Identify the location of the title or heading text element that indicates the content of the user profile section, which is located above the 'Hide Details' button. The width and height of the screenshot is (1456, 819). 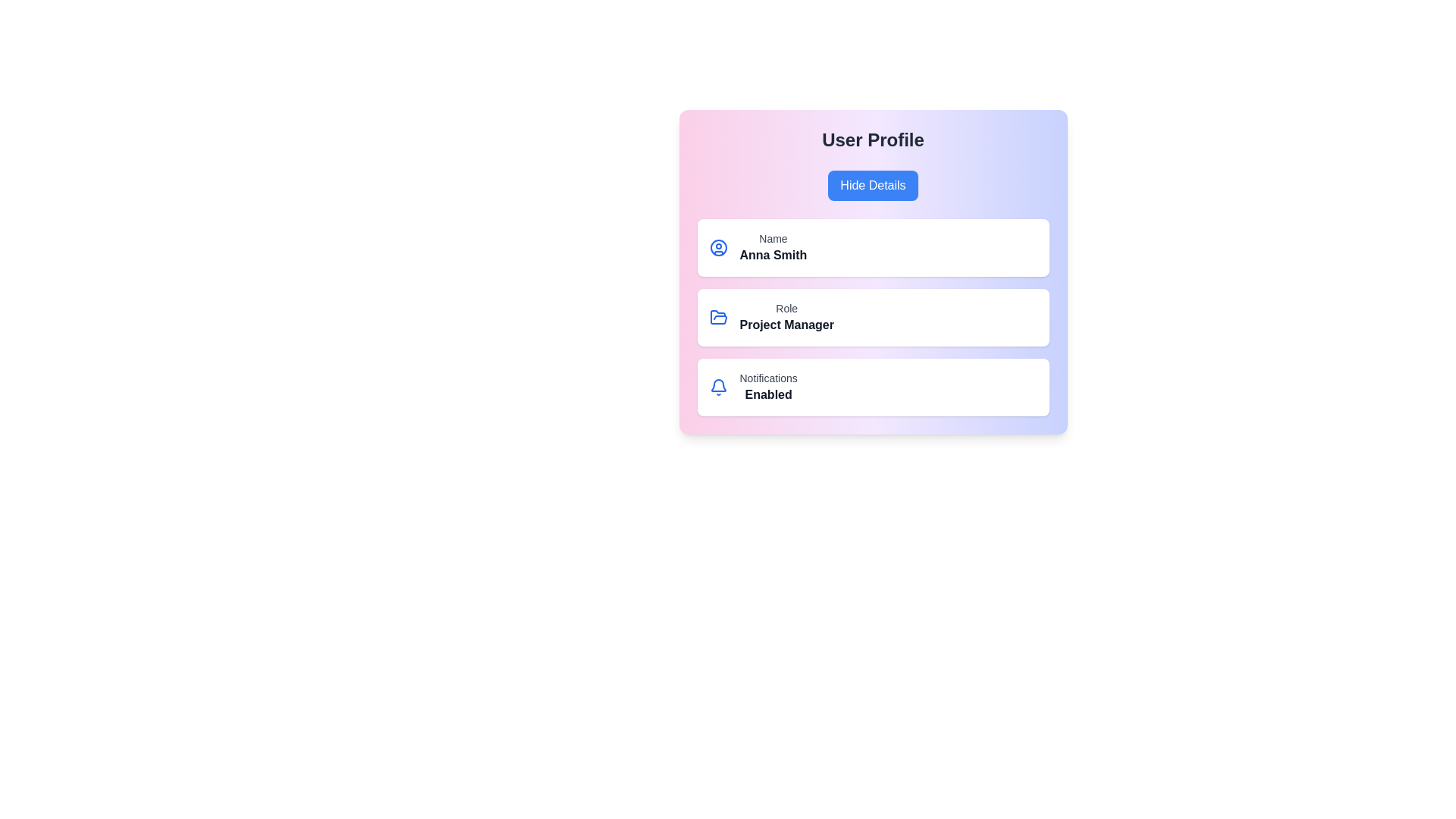
(873, 140).